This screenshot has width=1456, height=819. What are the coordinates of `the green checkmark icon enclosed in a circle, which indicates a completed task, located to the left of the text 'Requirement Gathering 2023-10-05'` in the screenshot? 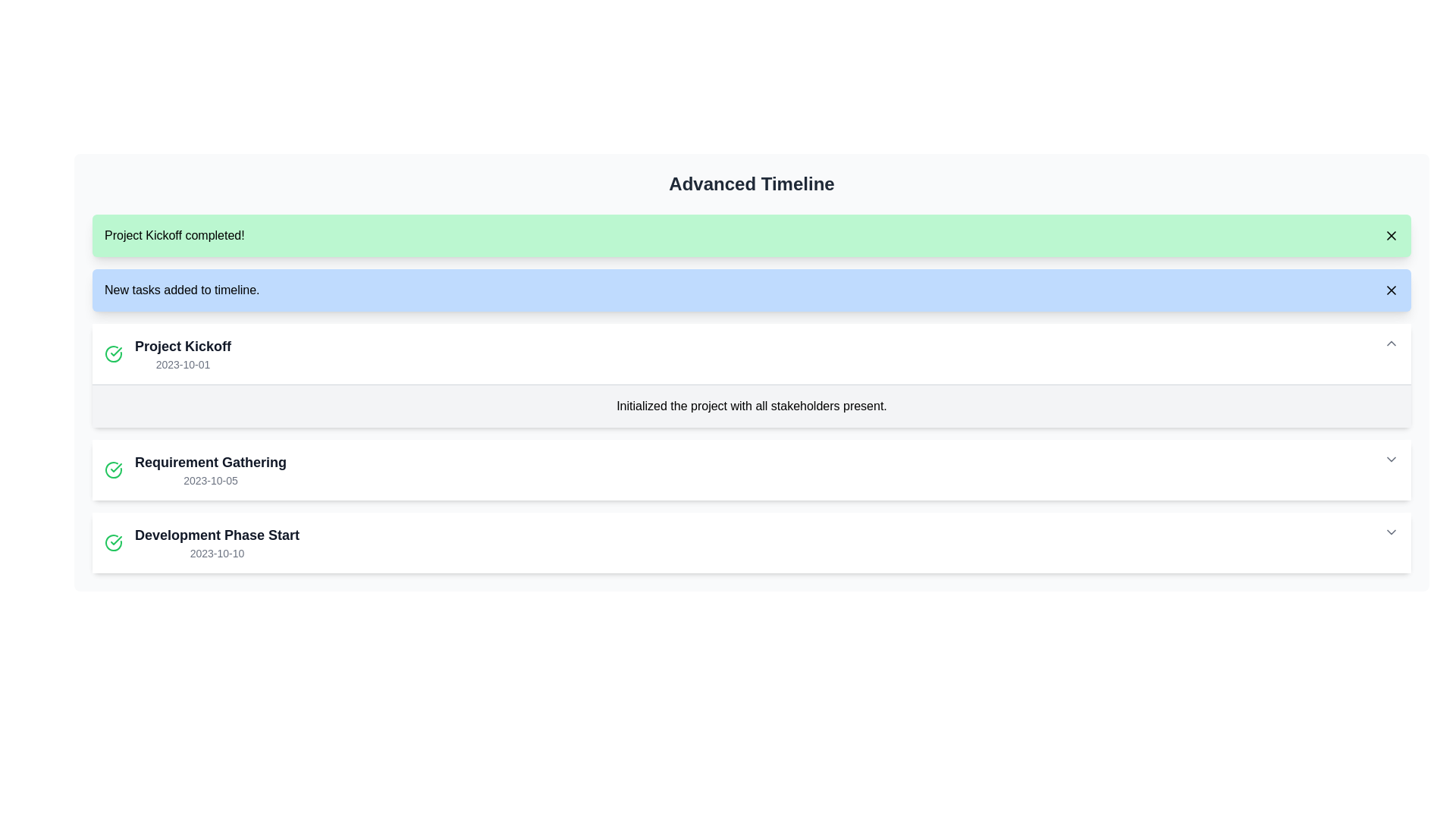 It's located at (112, 469).